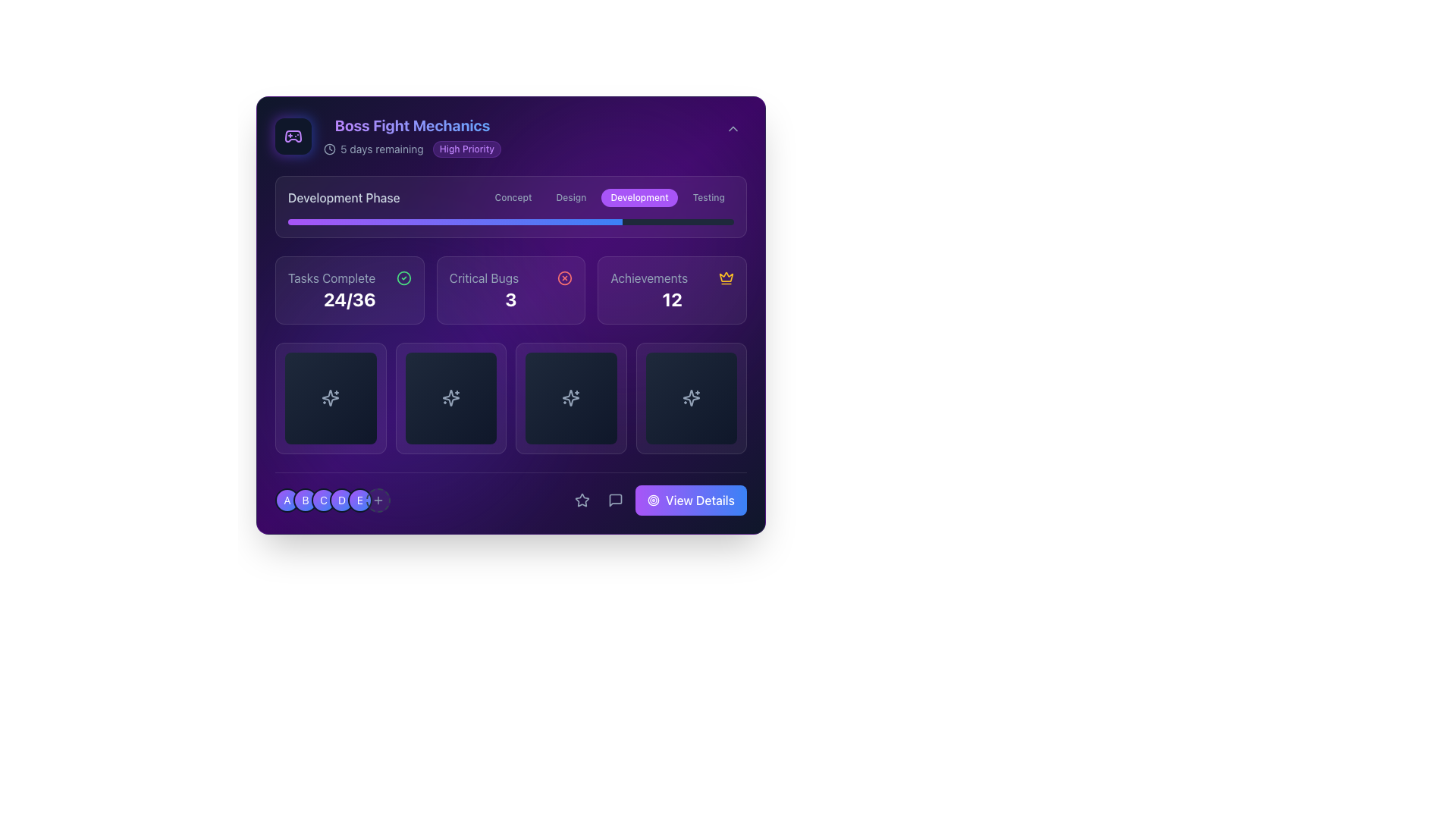  What do you see at coordinates (615, 500) in the screenshot?
I see `the messaging icon located towards the bottom-right area of the interface, adjacent to the star icon and to the left of the 'View Details' button` at bounding box center [615, 500].